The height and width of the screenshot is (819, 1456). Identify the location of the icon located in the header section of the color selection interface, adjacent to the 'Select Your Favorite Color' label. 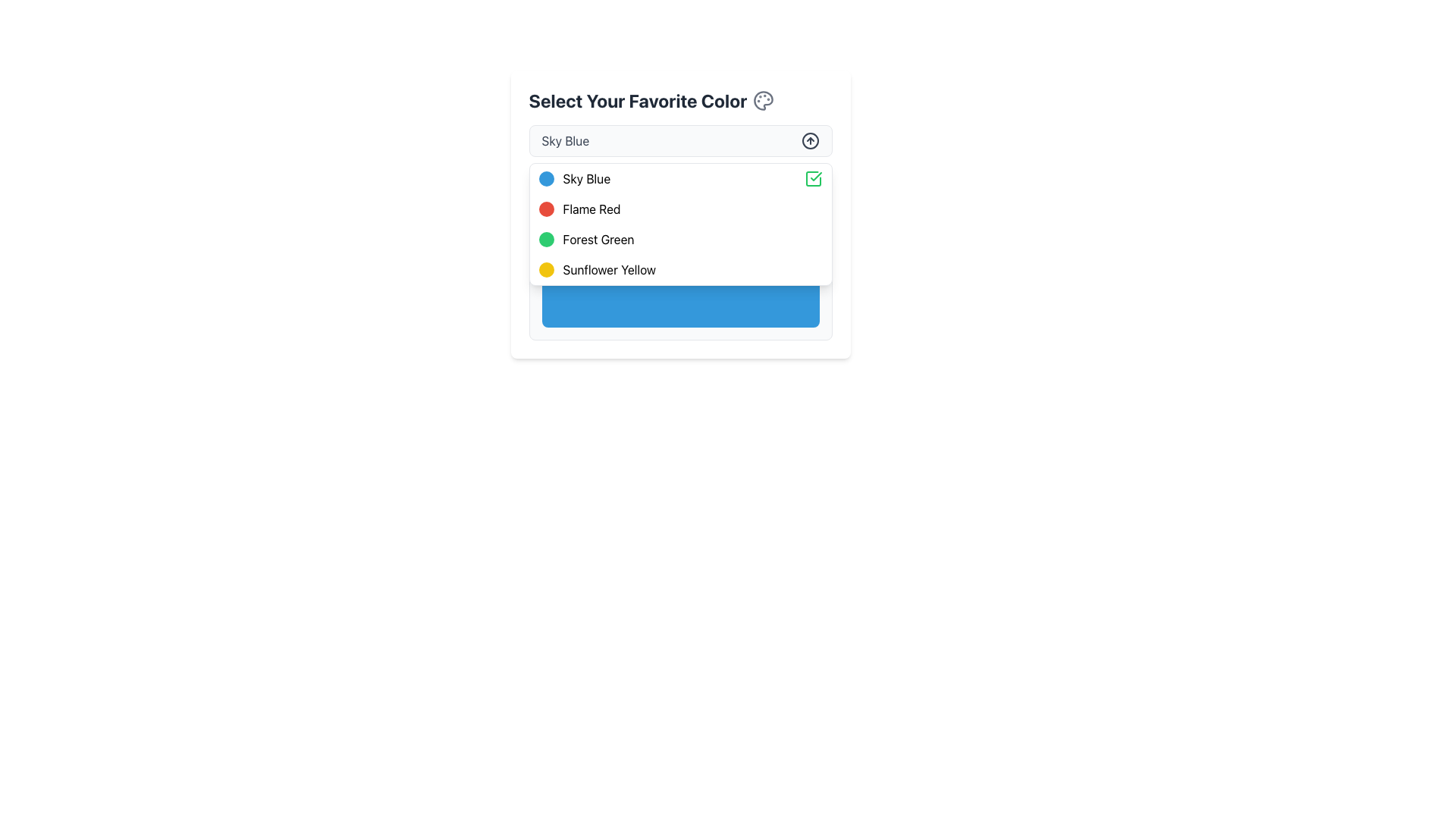
(764, 100).